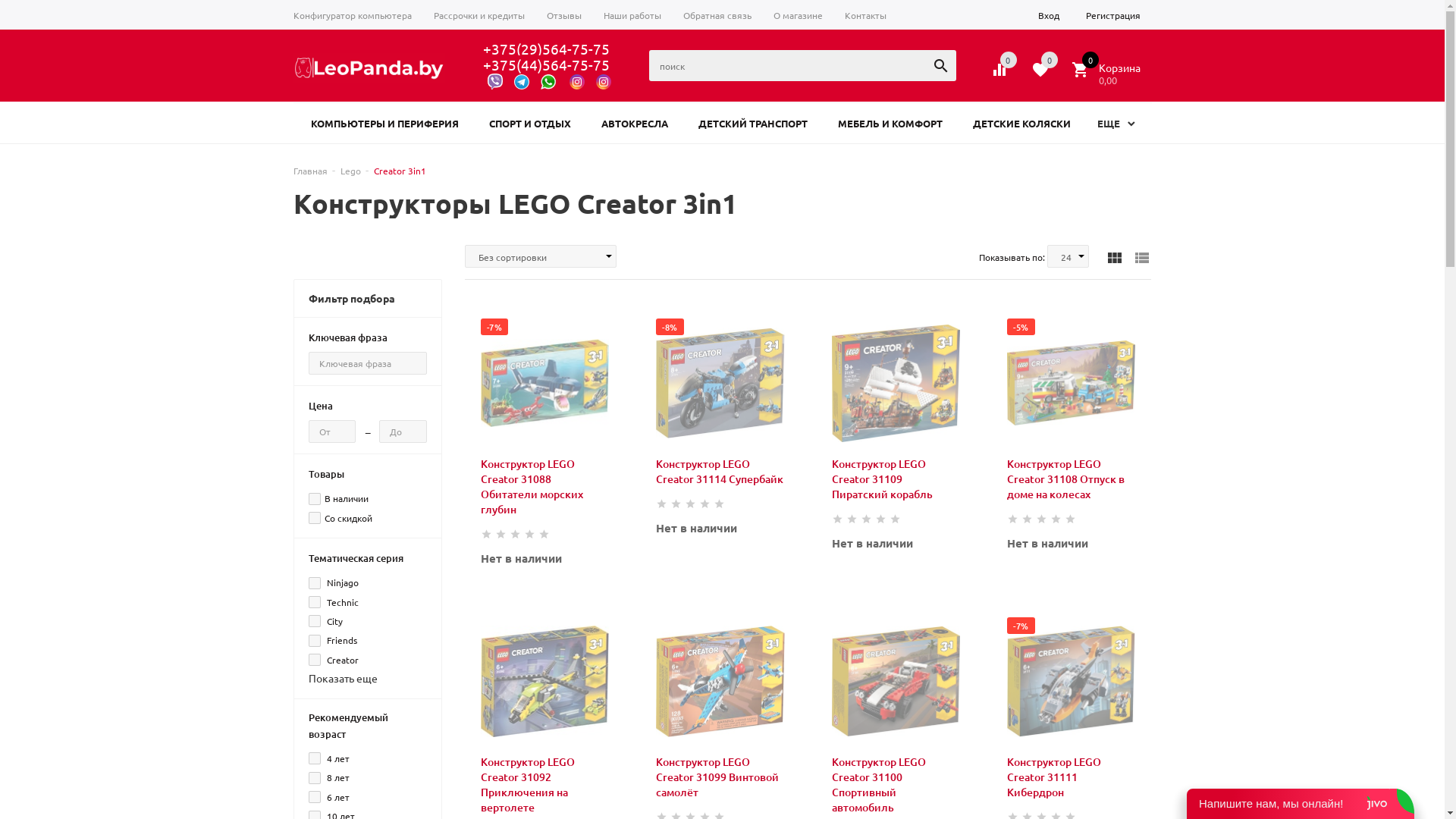  Describe the element at coordinates (595, 80) in the screenshot. I see `'@world_of_pc_'` at that location.